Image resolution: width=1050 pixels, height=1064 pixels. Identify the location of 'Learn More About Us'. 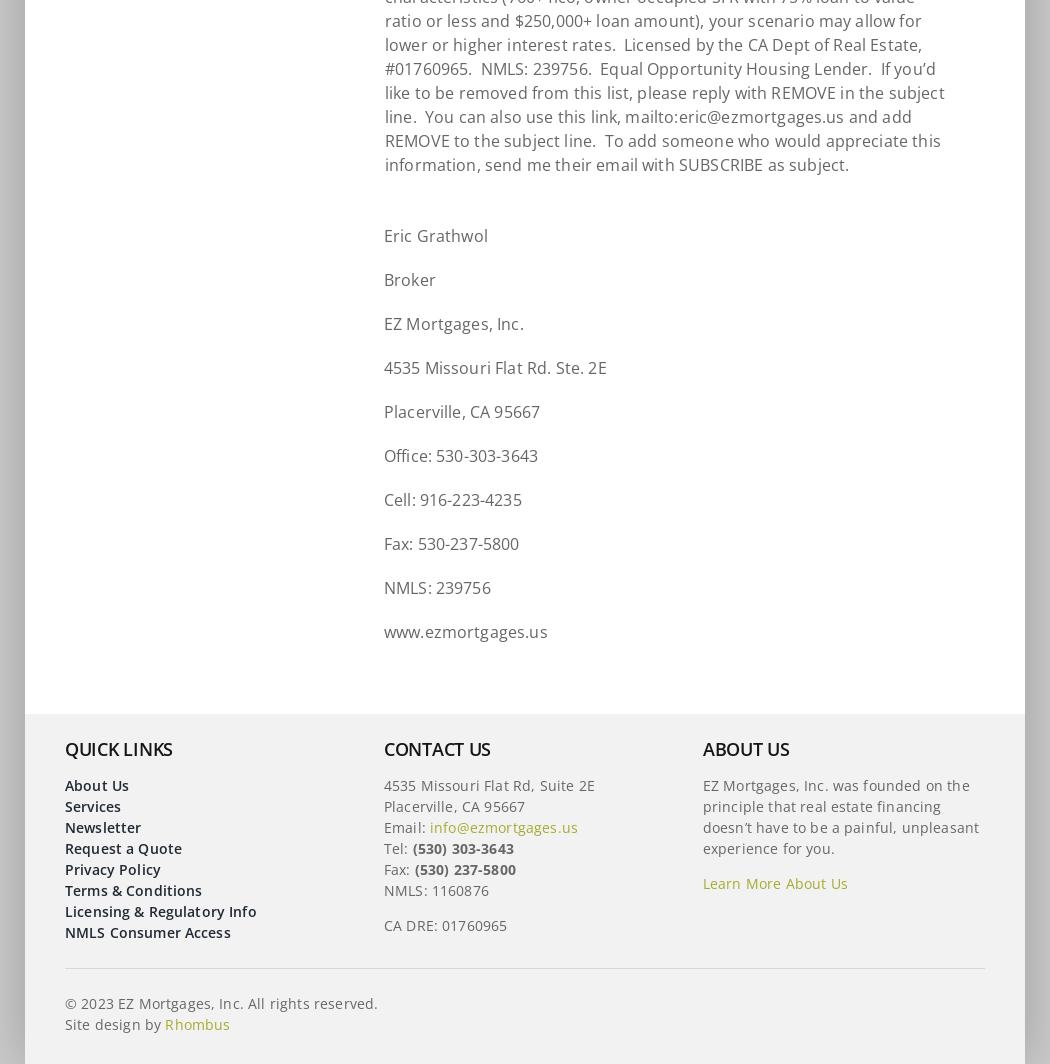
(774, 883).